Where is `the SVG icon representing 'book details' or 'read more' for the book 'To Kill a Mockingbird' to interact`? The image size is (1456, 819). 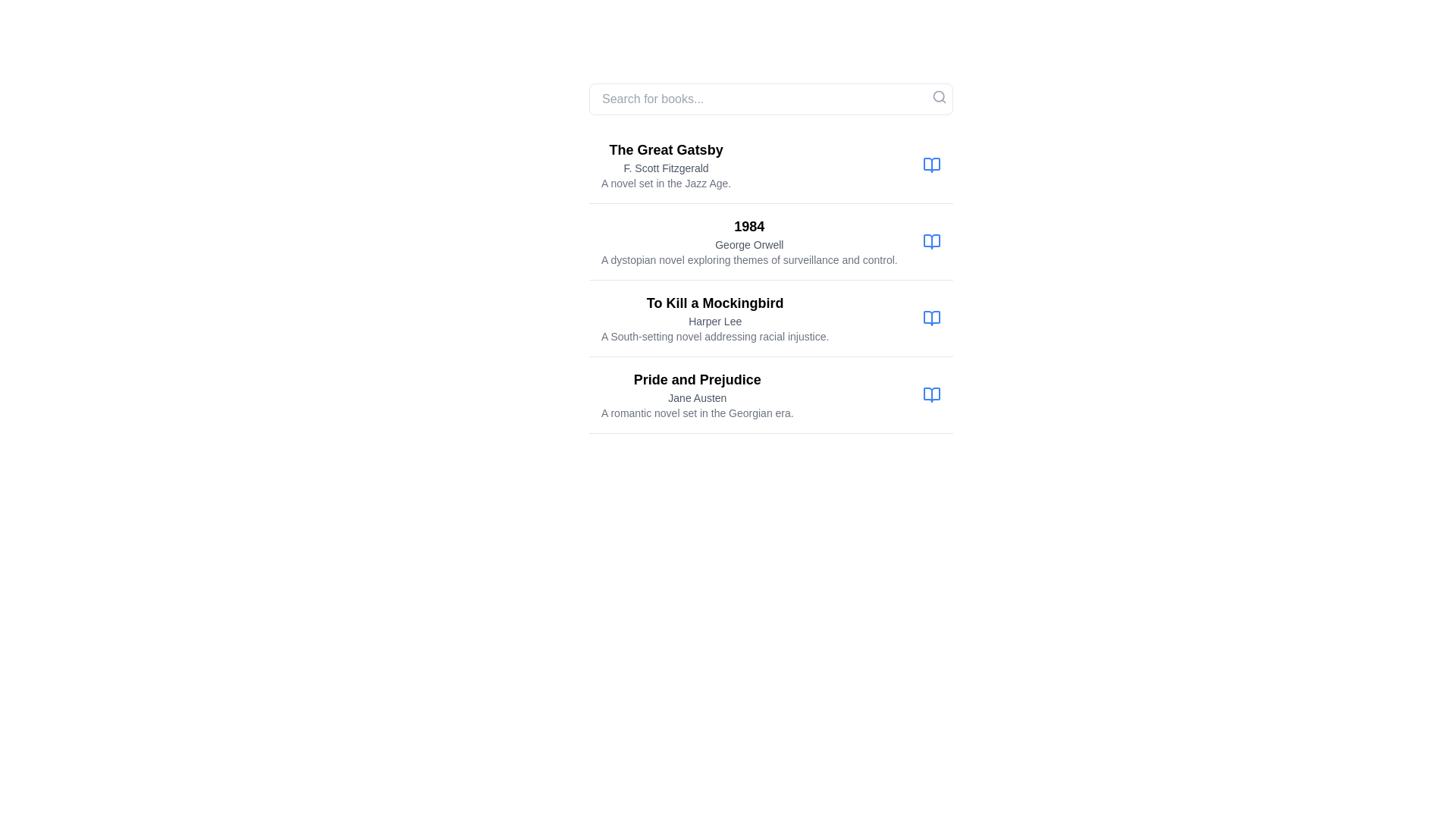 the SVG icon representing 'book details' or 'read more' for the book 'To Kill a Mockingbird' to interact is located at coordinates (930, 318).